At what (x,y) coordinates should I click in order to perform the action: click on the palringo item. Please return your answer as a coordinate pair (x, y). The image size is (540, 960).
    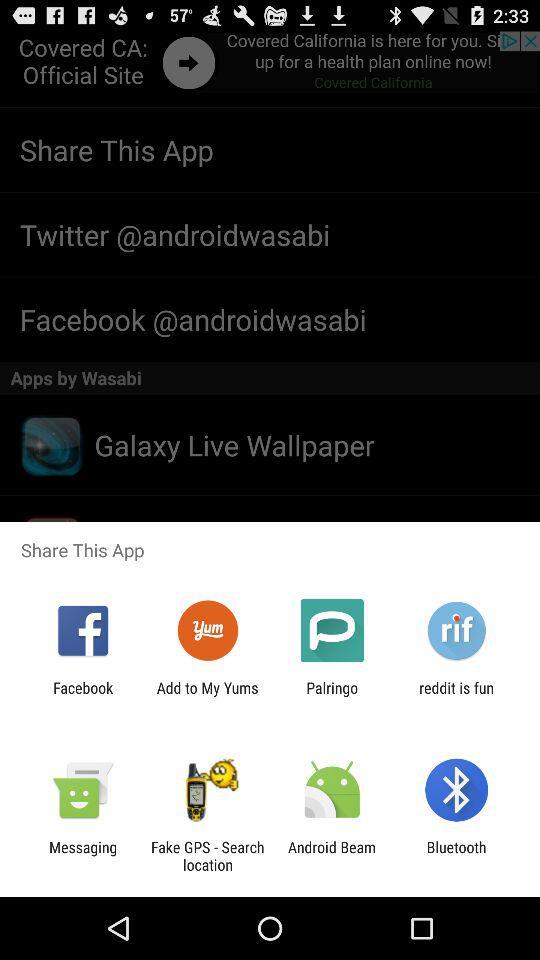
    Looking at the image, I should click on (332, 696).